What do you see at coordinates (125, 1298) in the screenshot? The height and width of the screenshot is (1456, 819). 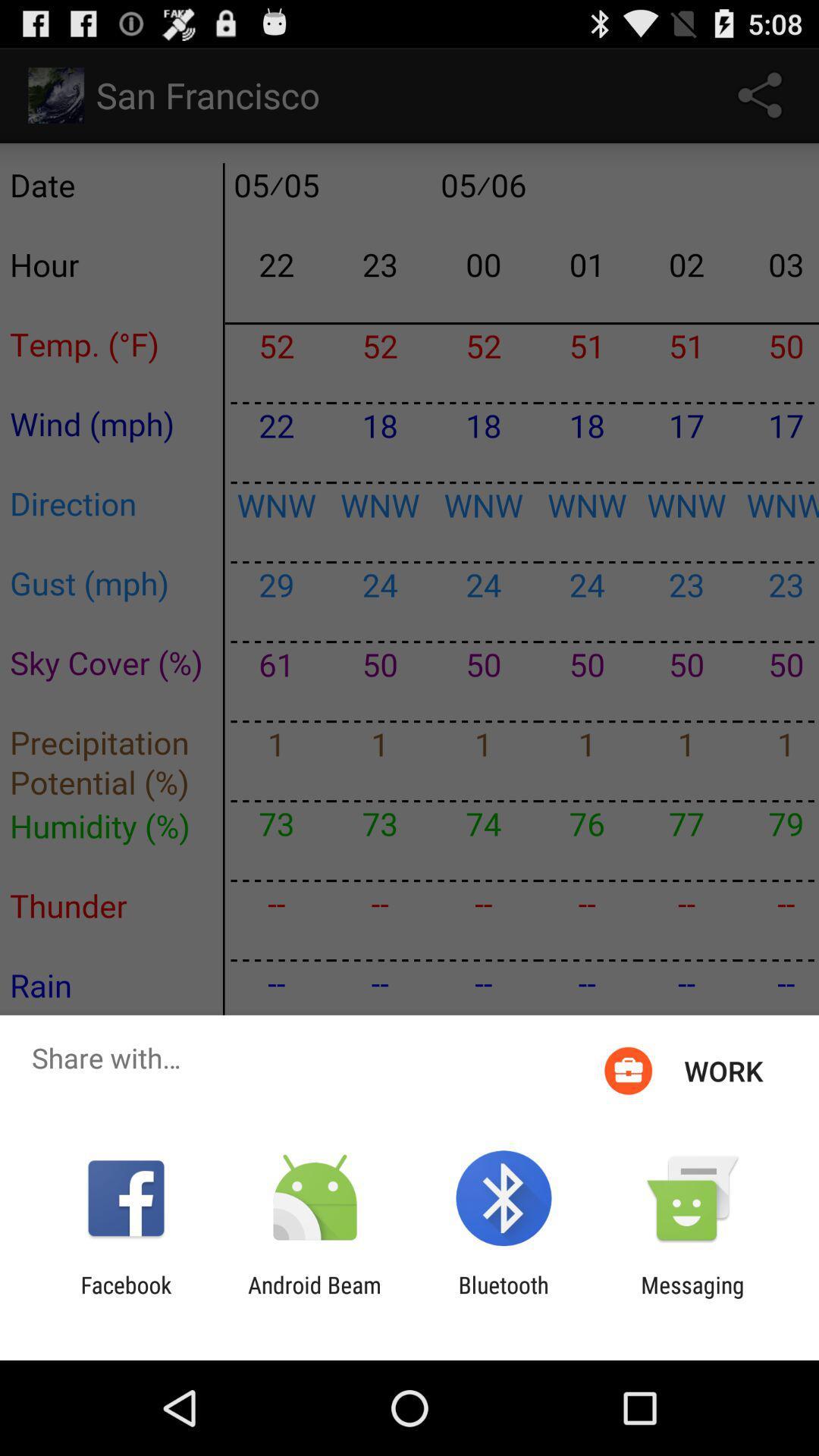 I see `app to the left of the android beam icon` at bounding box center [125, 1298].